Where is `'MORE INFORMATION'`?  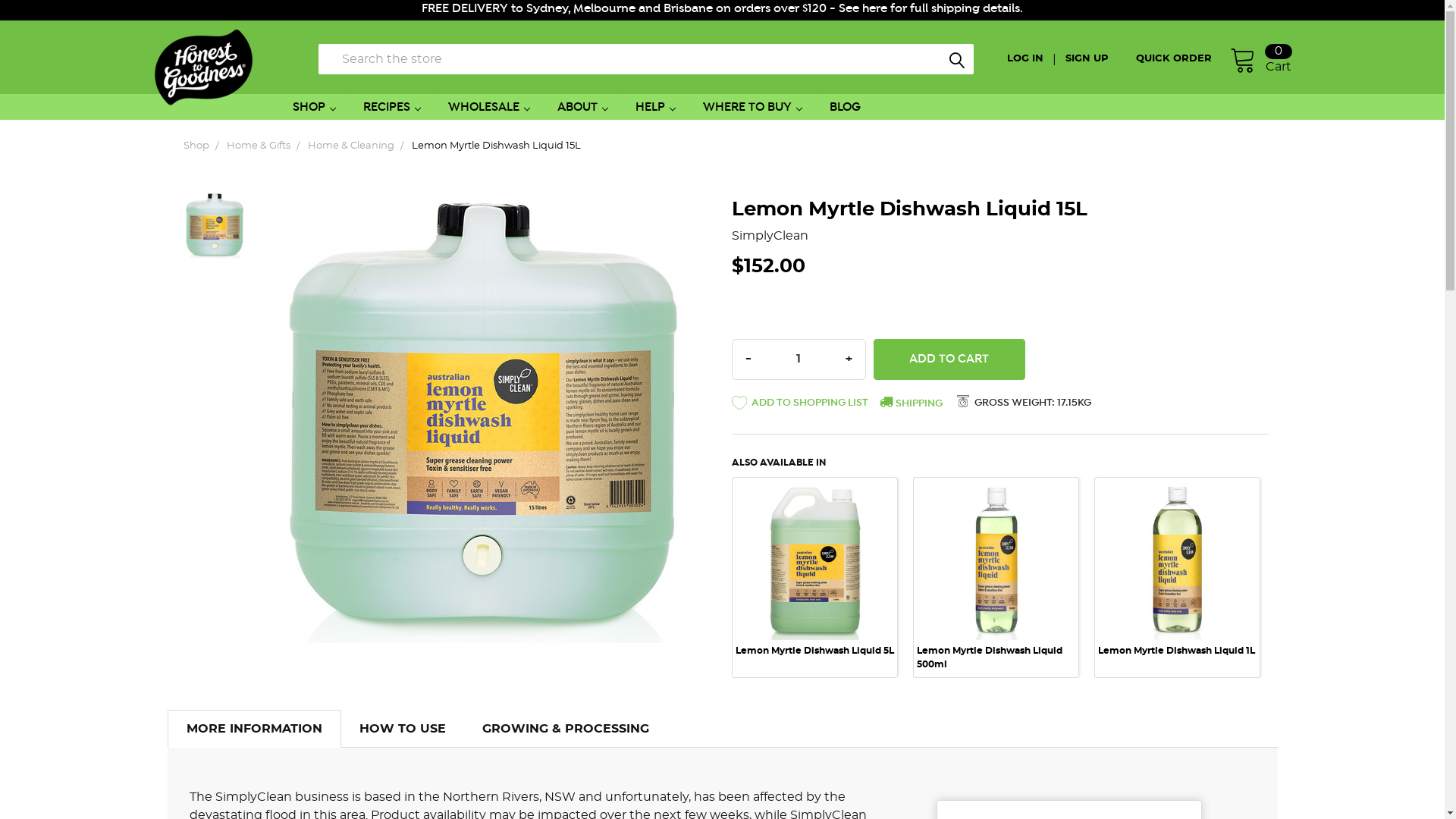
'MORE INFORMATION' is located at coordinates (254, 727).